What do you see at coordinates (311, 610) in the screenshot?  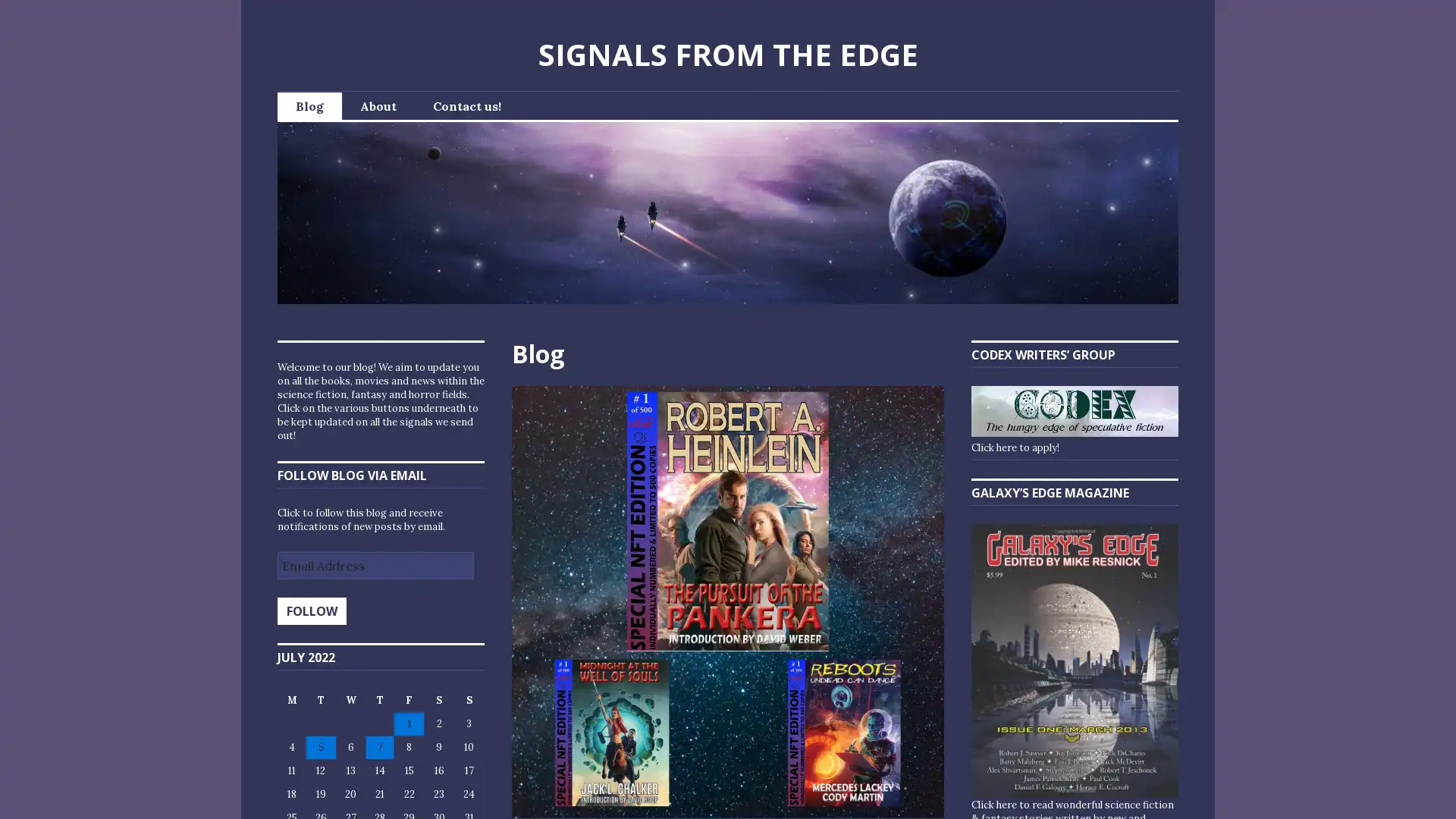 I see `FOLLOW` at bounding box center [311, 610].